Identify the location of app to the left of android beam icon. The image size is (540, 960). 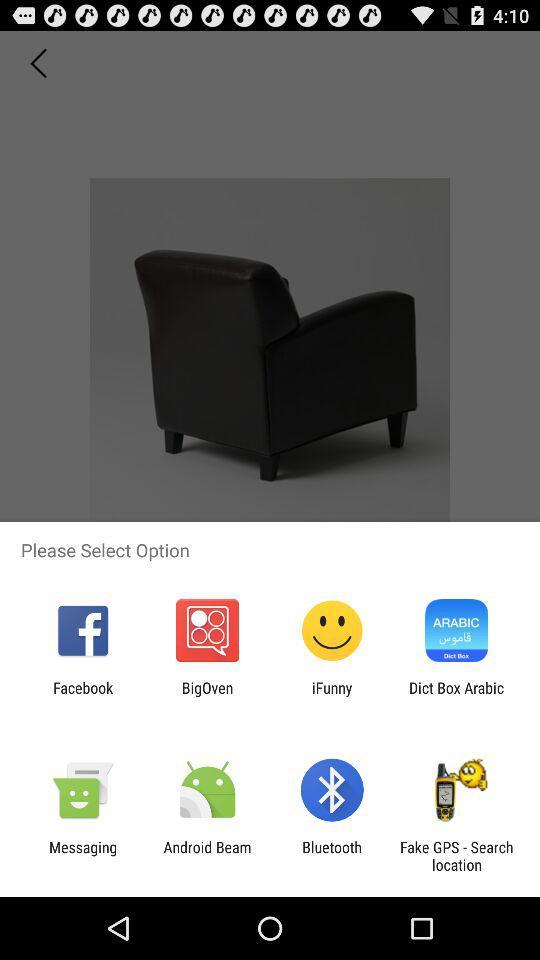
(82, 855).